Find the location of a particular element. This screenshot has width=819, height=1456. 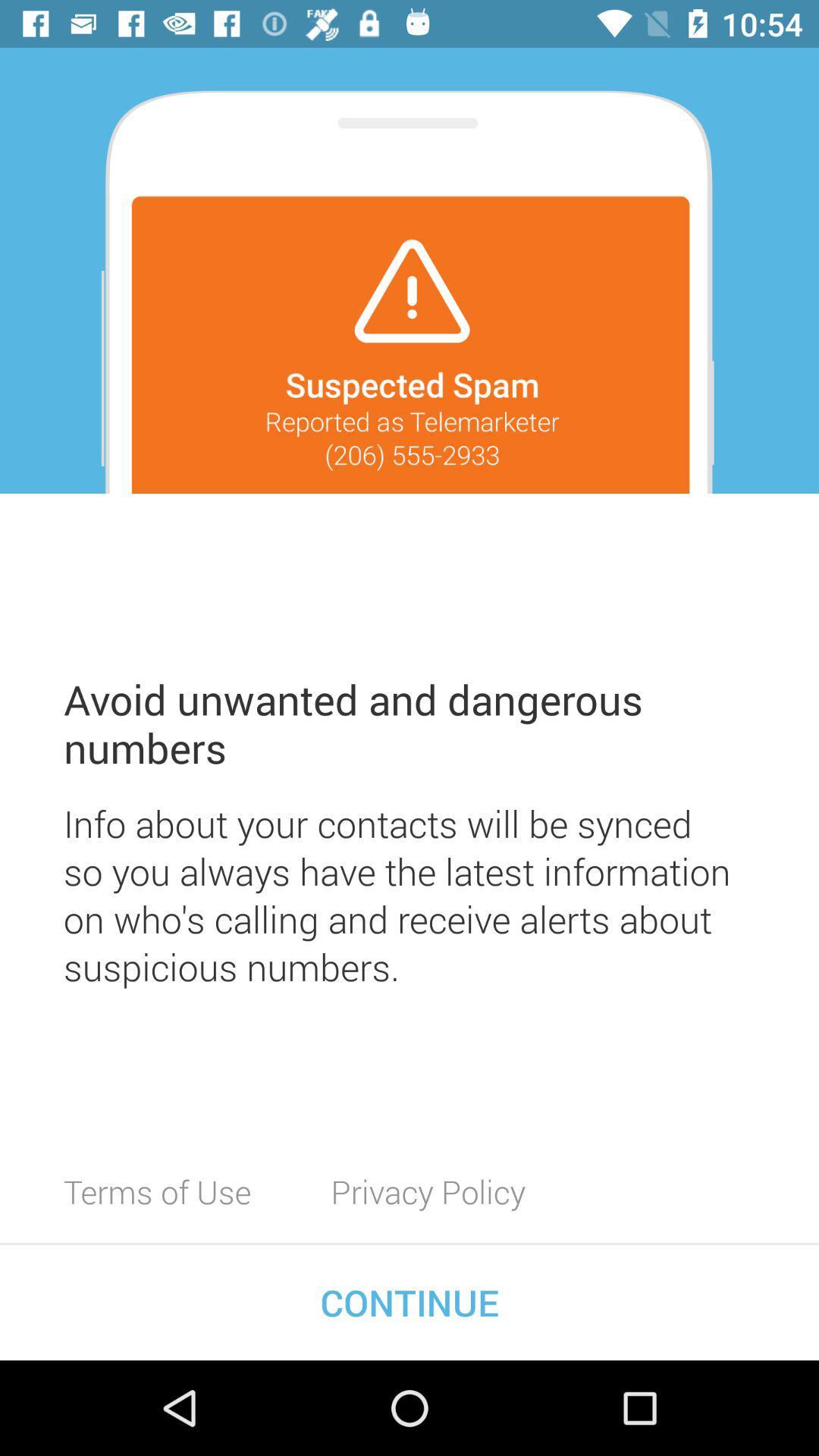

the item next to the terms of use is located at coordinates (428, 1191).